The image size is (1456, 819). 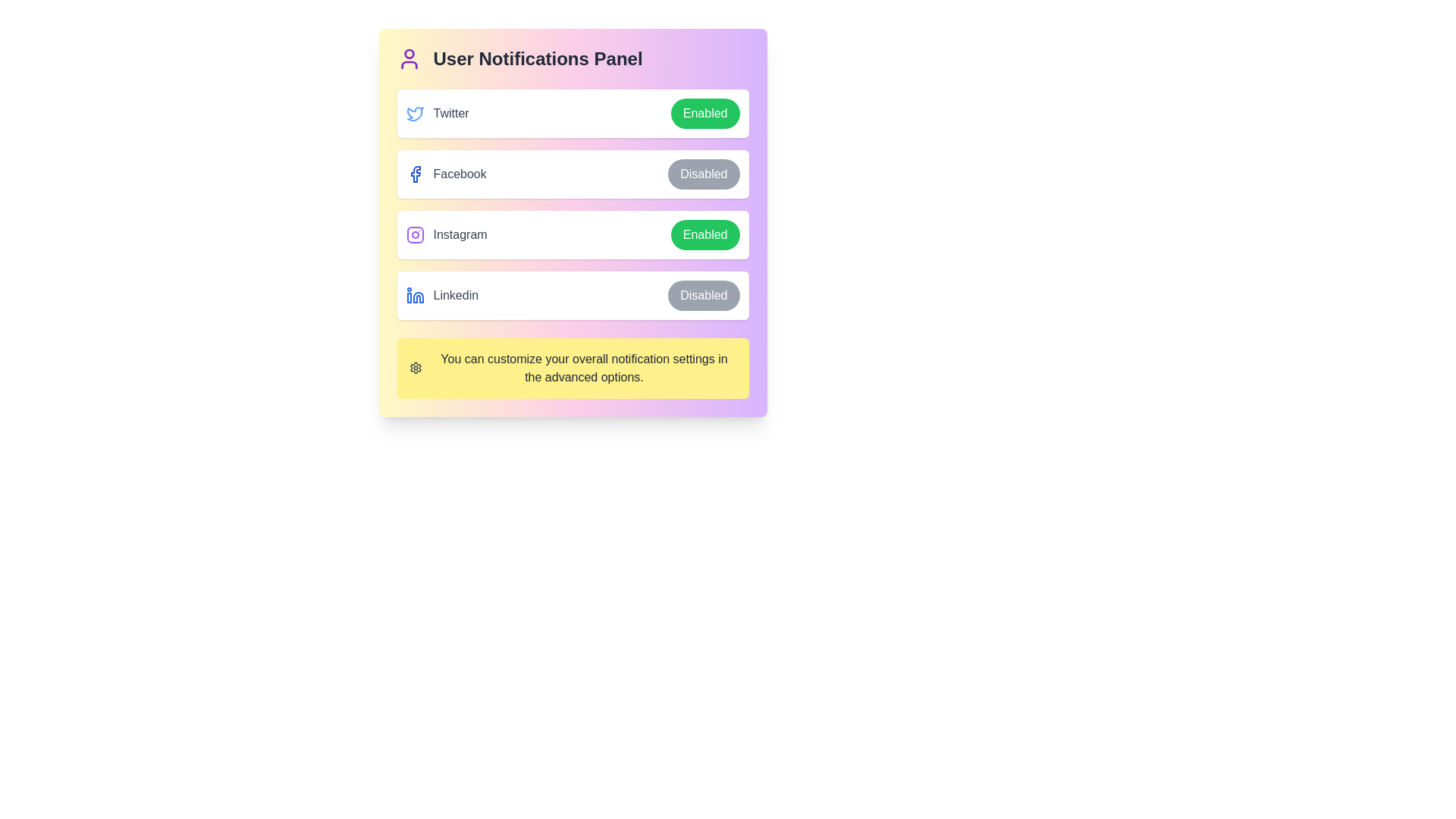 What do you see at coordinates (446, 234) in the screenshot?
I see `the Instagram label located in the third row of the 'User Notifications Panel', between Facebook and LinkedIn entries` at bounding box center [446, 234].